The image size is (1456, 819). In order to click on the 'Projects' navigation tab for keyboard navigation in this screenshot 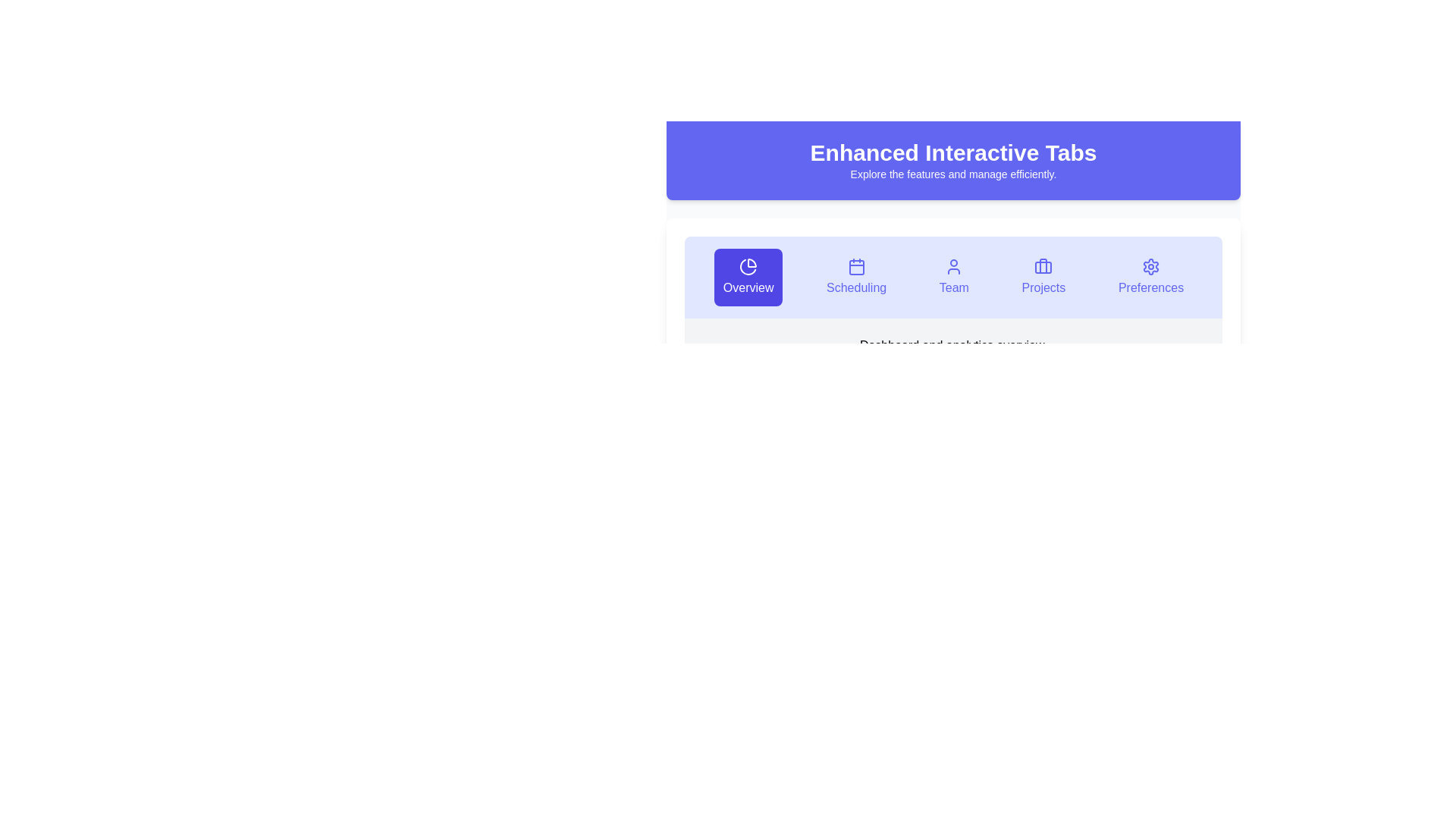, I will do `click(1043, 278)`.